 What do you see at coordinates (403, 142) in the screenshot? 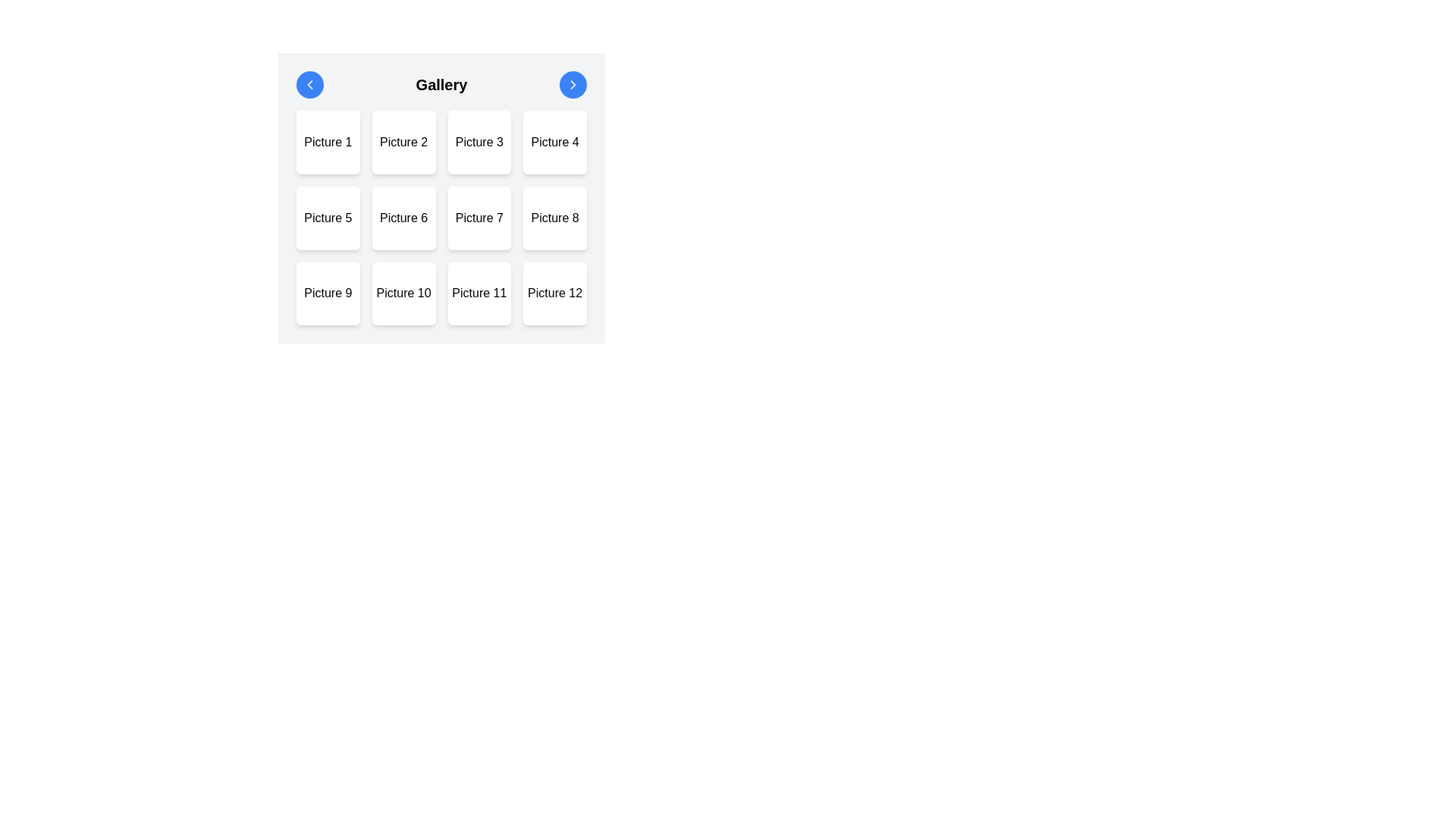
I see `the 'Picture 2' button, which is a square button with rounded edges and a white background, located in the first row of a 4x3 grid layout` at bounding box center [403, 142].